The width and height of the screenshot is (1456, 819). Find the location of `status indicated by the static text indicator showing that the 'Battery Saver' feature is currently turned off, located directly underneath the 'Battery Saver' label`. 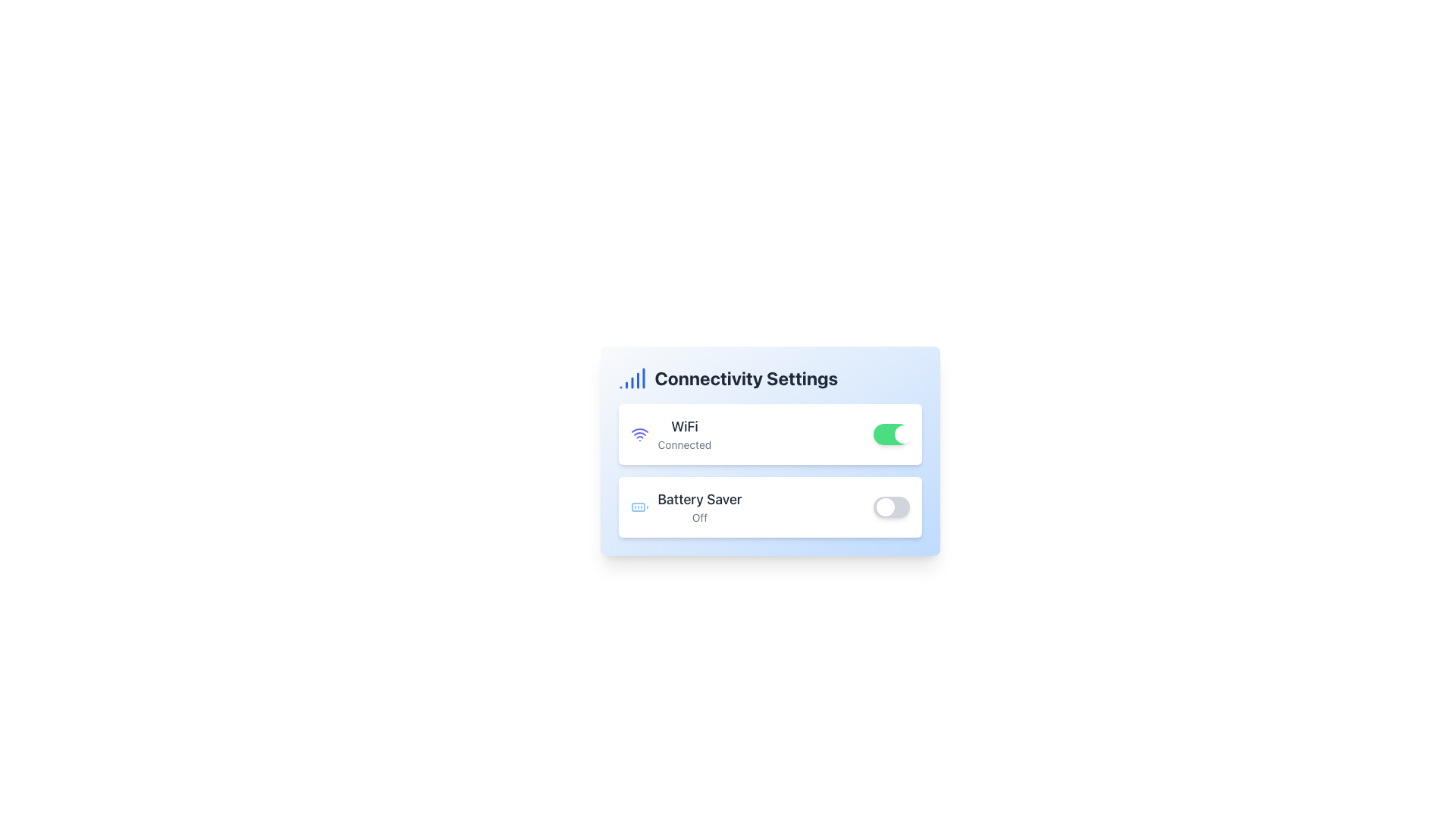

status indicated by the static text indicator showing that the 'Battery Saver' feature is currently turned off, located directly underneath the 'Battery Saver' label is located at coordinates (698, 516).